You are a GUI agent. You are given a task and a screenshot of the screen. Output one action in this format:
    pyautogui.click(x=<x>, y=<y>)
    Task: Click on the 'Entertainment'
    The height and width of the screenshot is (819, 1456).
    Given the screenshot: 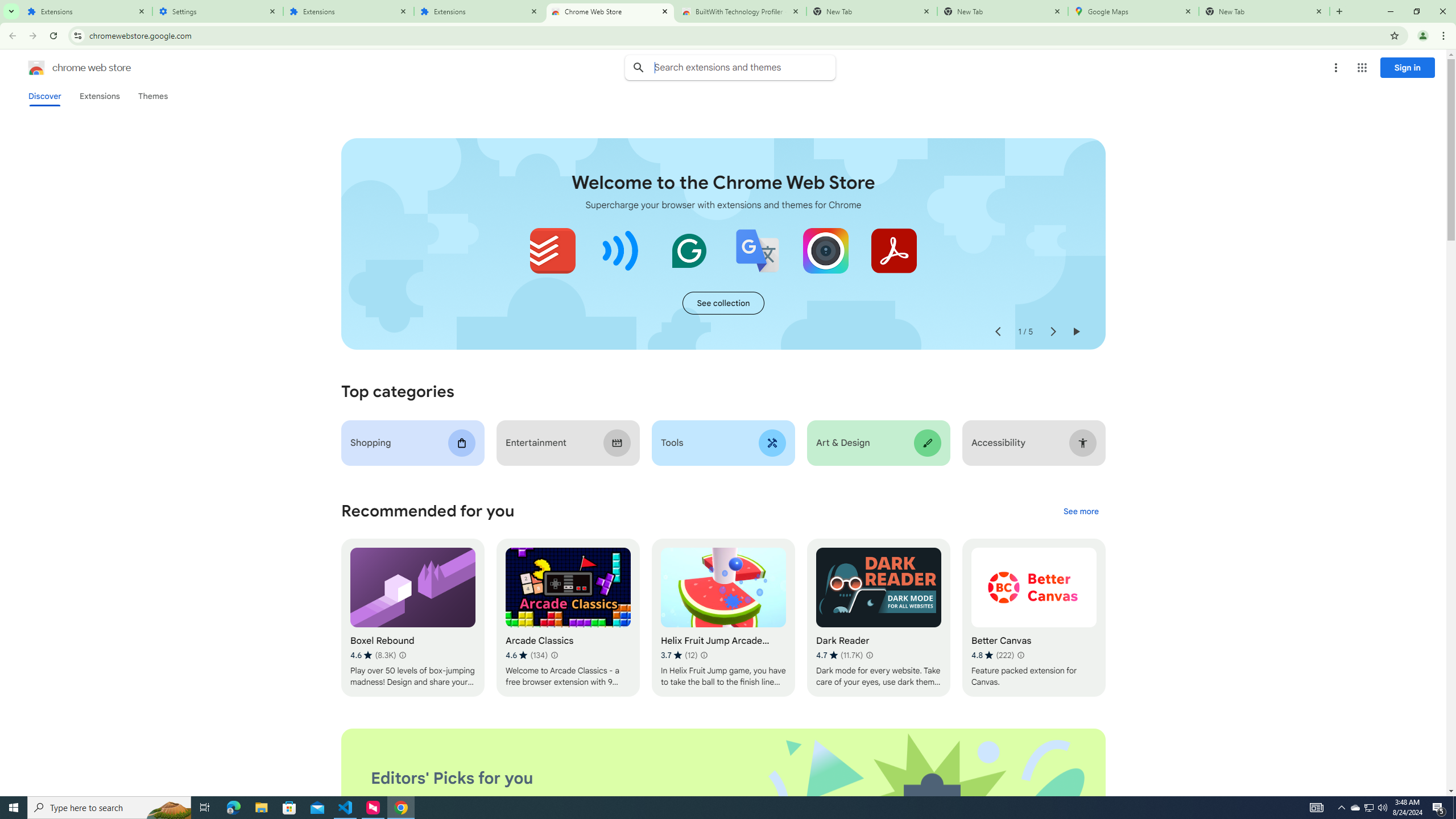 What is the action you would take?
    pyautogui.click(x=568, y=442)
    